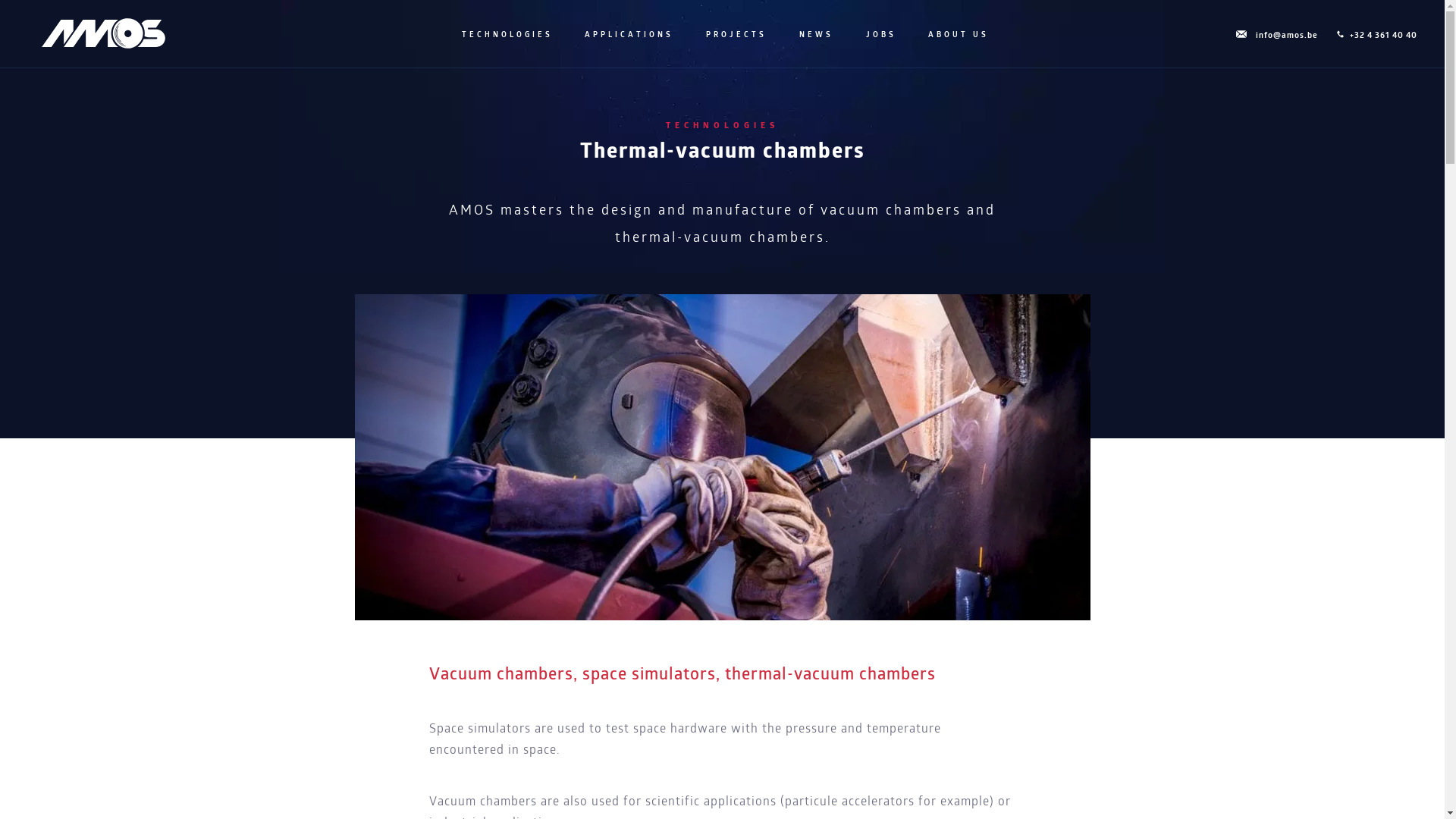  I want to click on 'ABOUT US', so click(956, 34).